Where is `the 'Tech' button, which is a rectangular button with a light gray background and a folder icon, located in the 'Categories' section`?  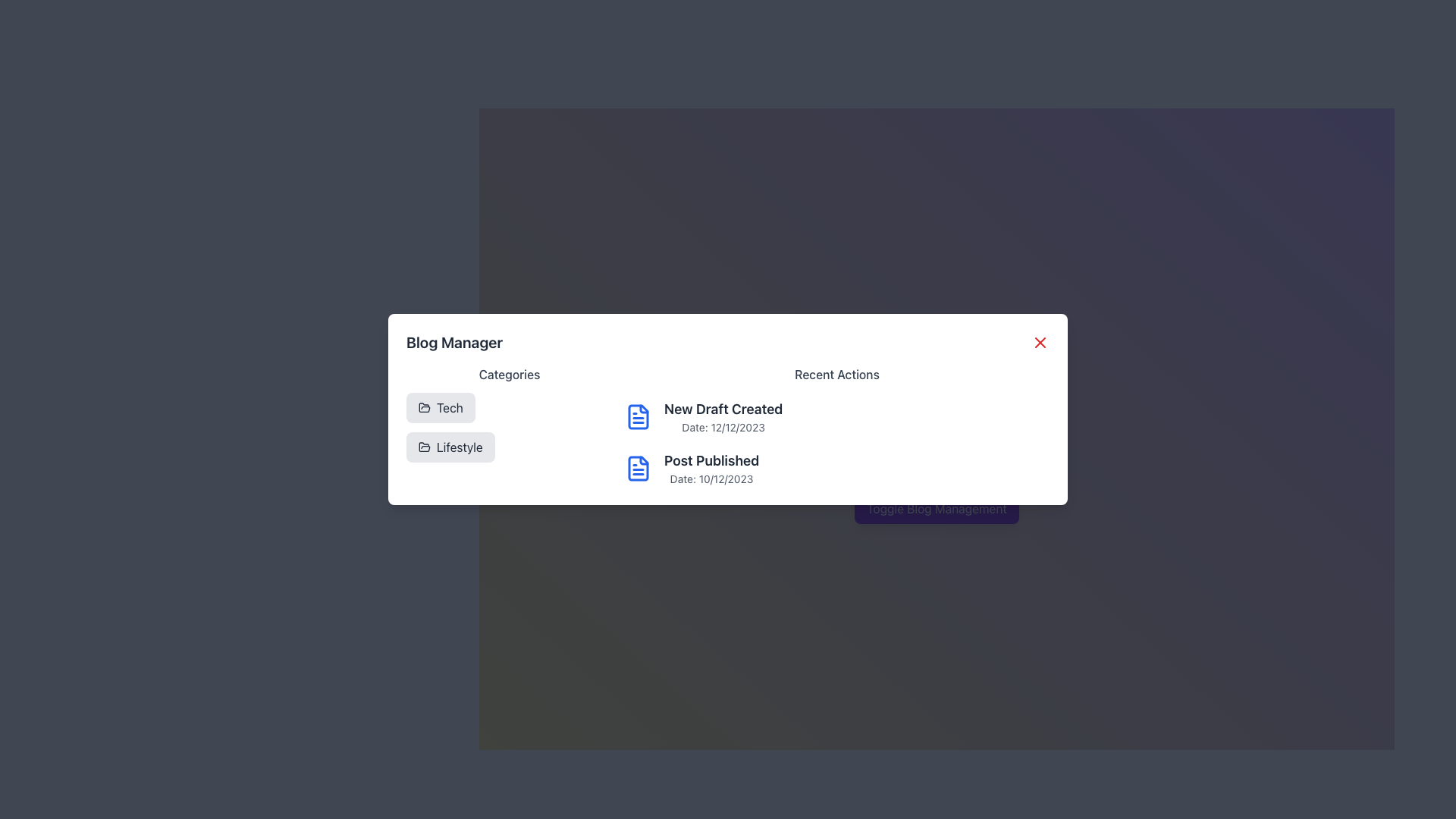
the 'Tech' button, which is a rectangular button with a light gray background and a folder icon, located in the 'Categories' section is located at coordinates (440, 406).